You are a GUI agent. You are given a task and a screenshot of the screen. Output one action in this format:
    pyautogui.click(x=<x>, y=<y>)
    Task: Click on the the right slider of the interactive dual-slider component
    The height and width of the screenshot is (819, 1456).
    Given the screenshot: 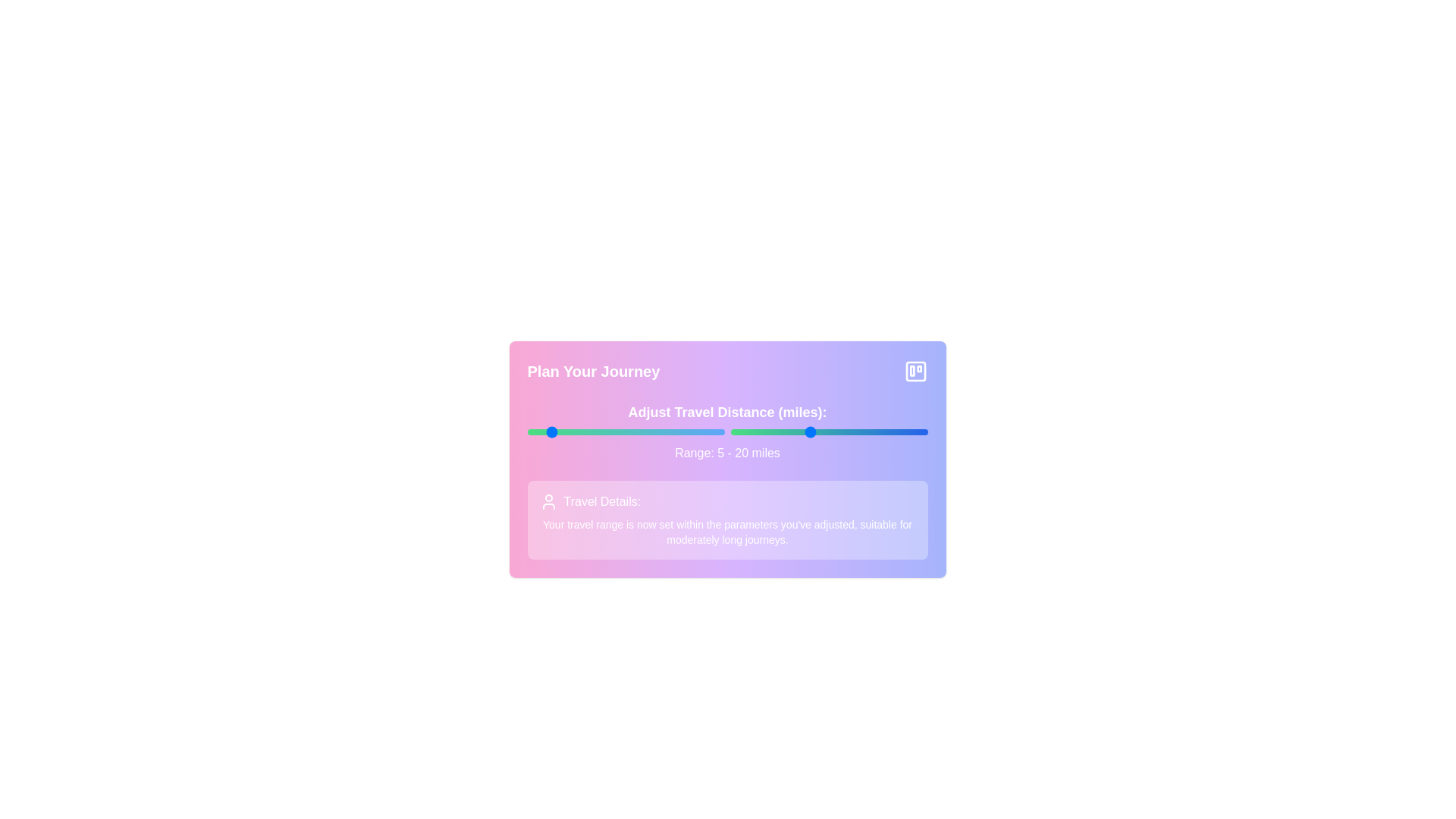 What is the action you would take?
    pyautogui.click(x=726, y=432)
    